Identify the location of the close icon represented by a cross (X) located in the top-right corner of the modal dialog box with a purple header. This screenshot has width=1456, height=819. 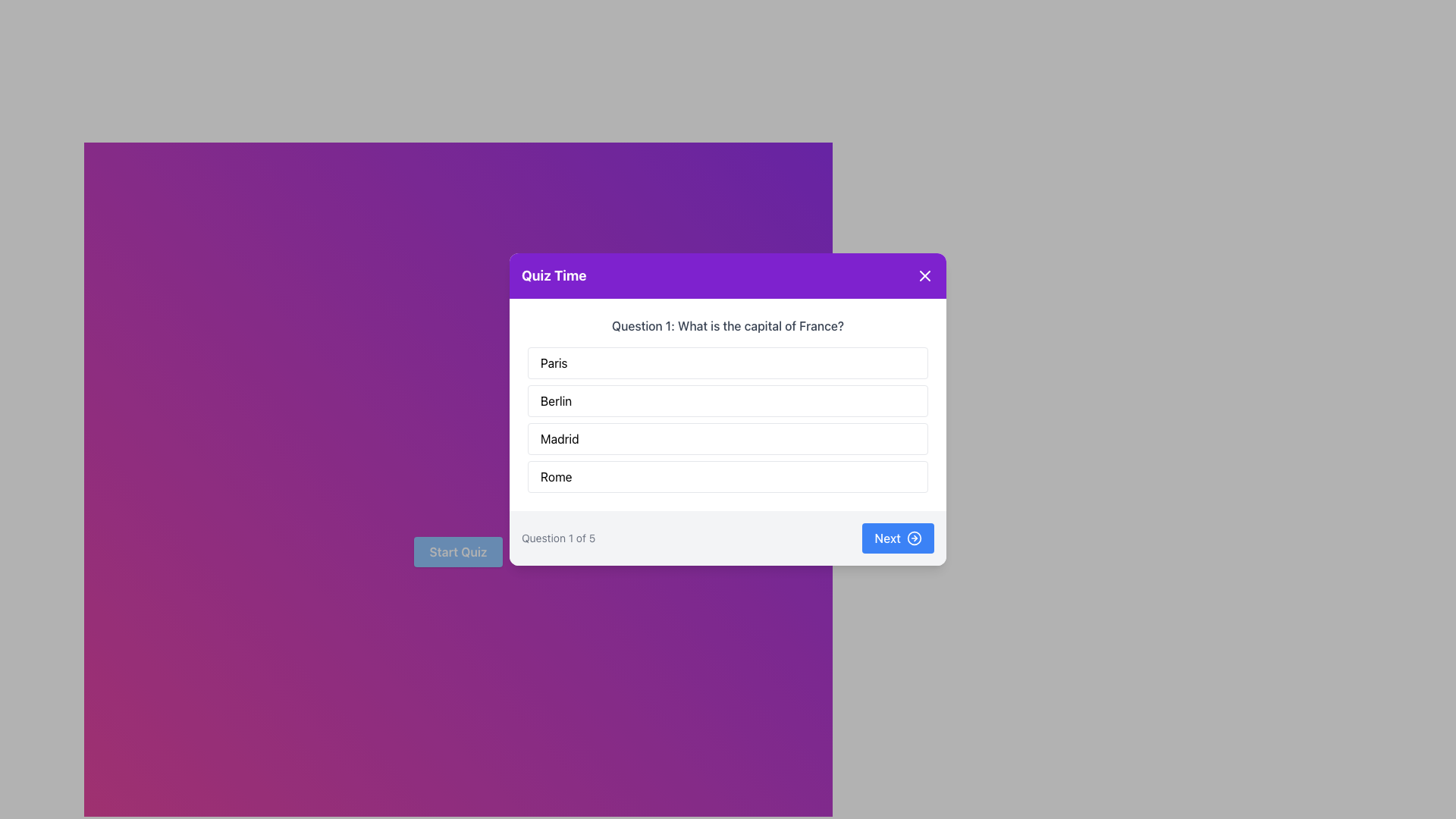
(924, 275).